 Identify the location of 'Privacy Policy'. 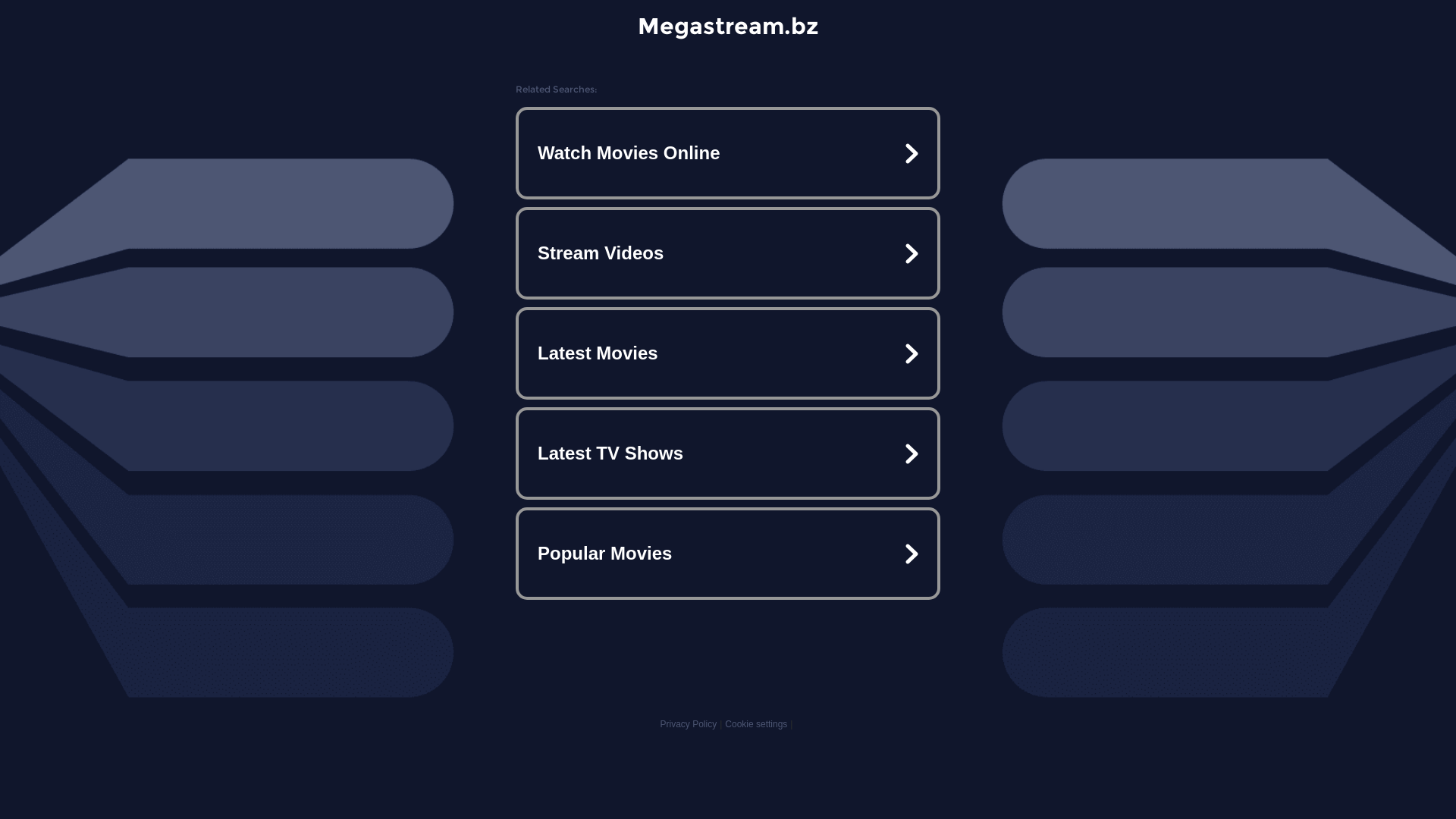
(659, 723).